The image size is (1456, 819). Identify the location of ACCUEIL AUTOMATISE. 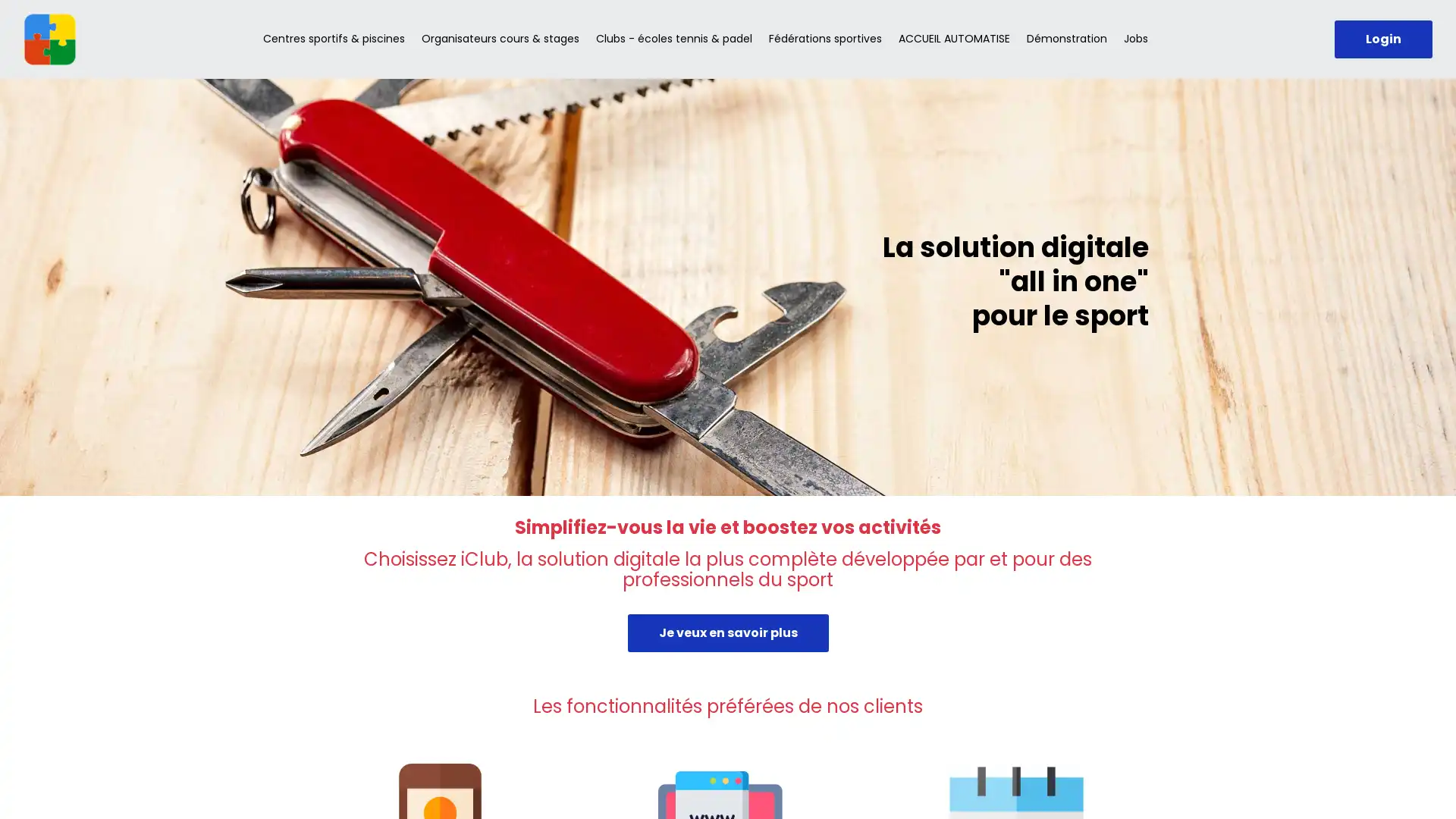
(952, 38).